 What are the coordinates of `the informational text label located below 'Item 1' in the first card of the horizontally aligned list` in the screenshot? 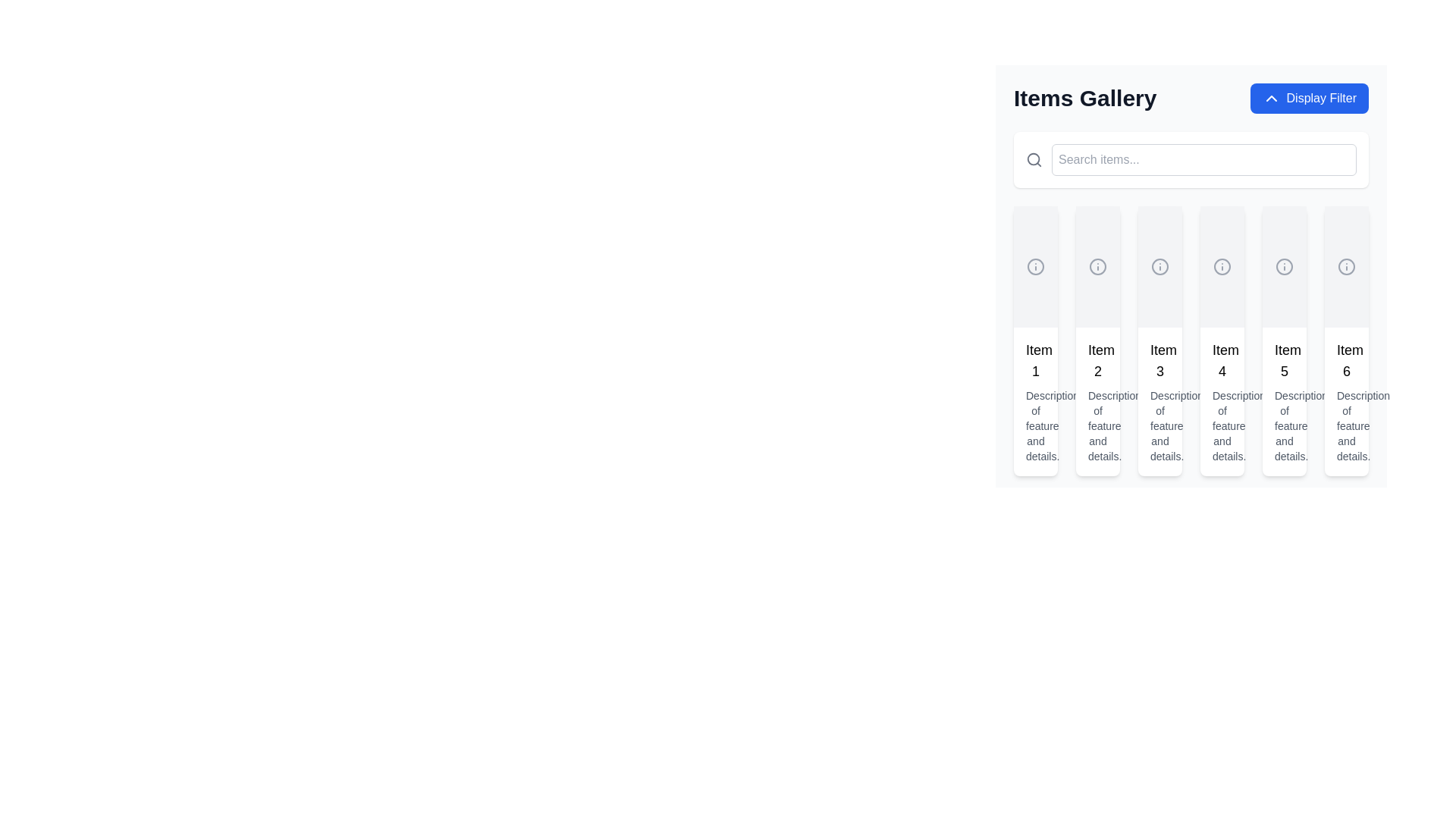 It's located at (1035, 426).